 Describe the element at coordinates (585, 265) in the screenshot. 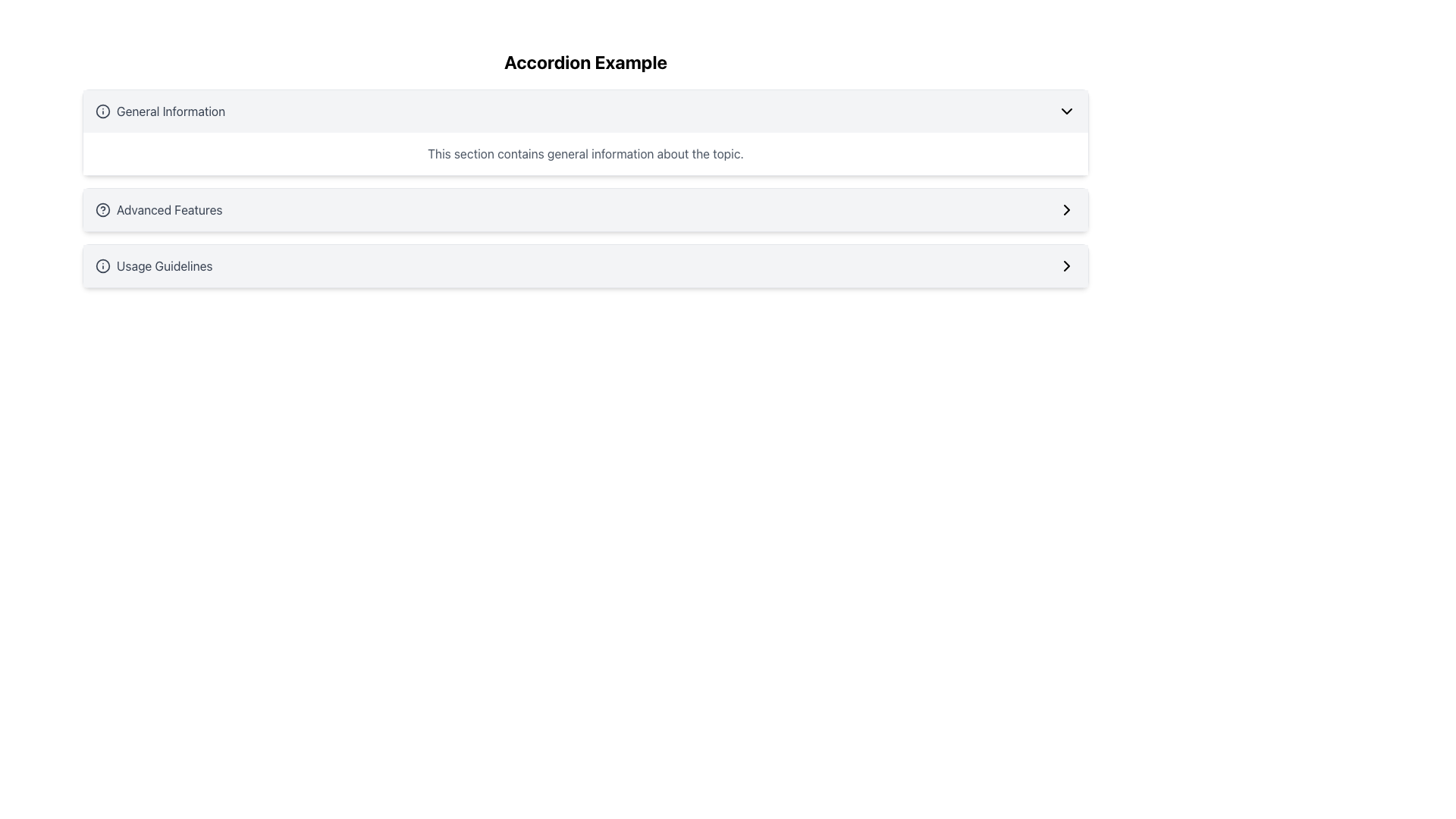

I see `the Collapsible Section Button for 'Usage Guidelines', which is the third item in the list below 'Advanced Features'` at that location.